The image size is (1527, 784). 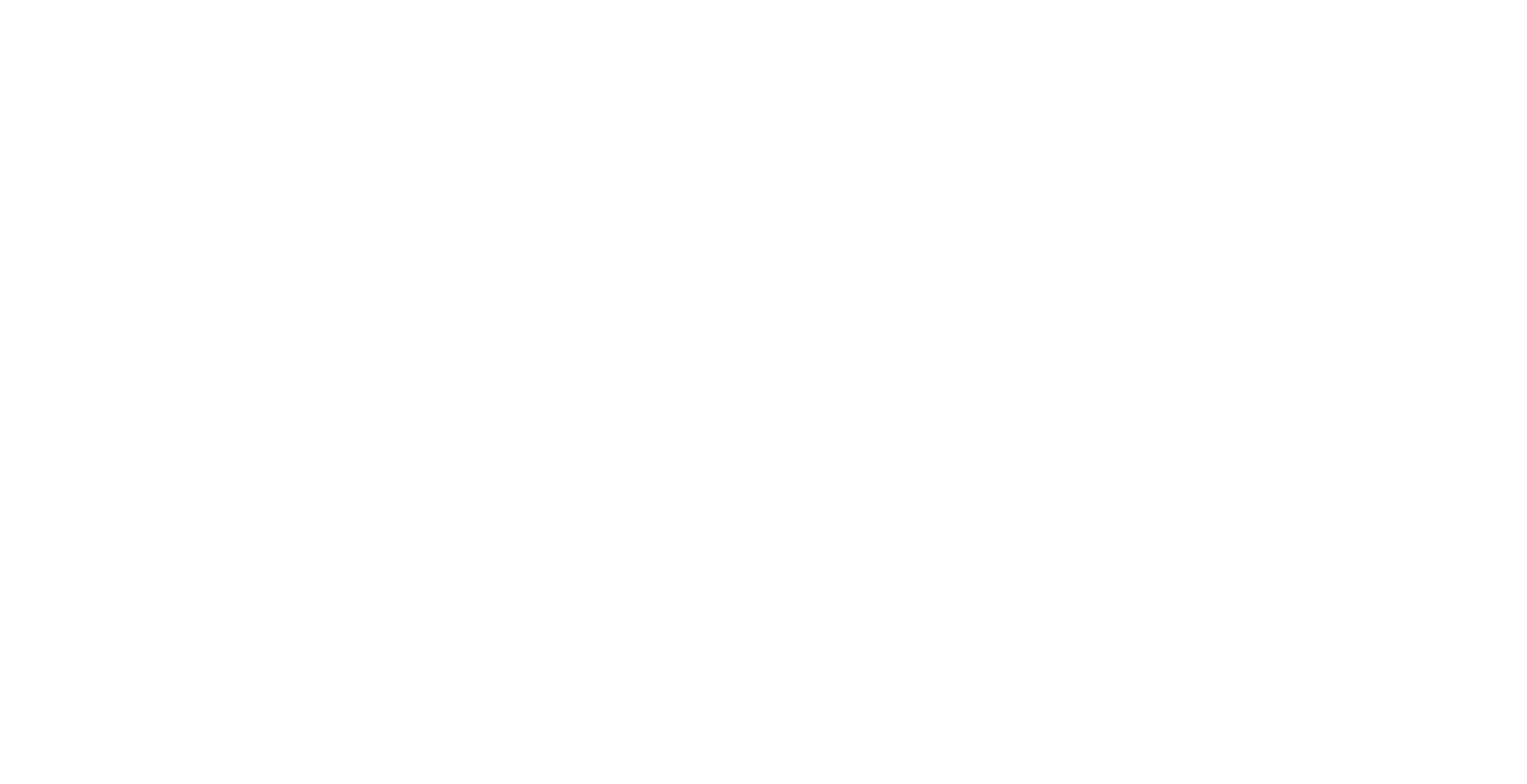 I want to click on '$45.00', so click(x=920, y=329).